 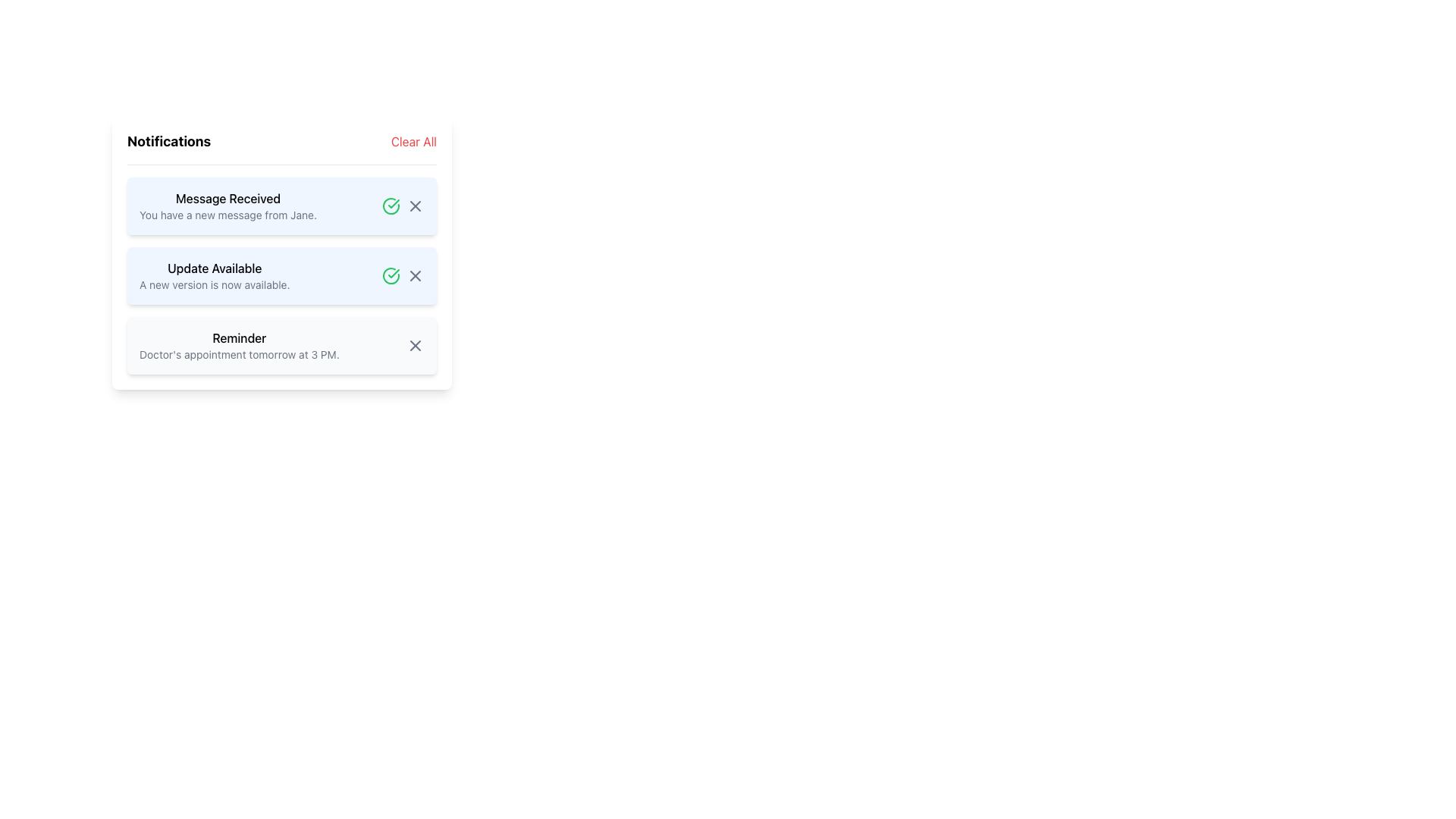 I want to click on the 'X' shaped delete button located on the right side of the last notification for 'Reminder: Doctor's appointment tomorrow at 3 PM.', so click(x=415, y=345).